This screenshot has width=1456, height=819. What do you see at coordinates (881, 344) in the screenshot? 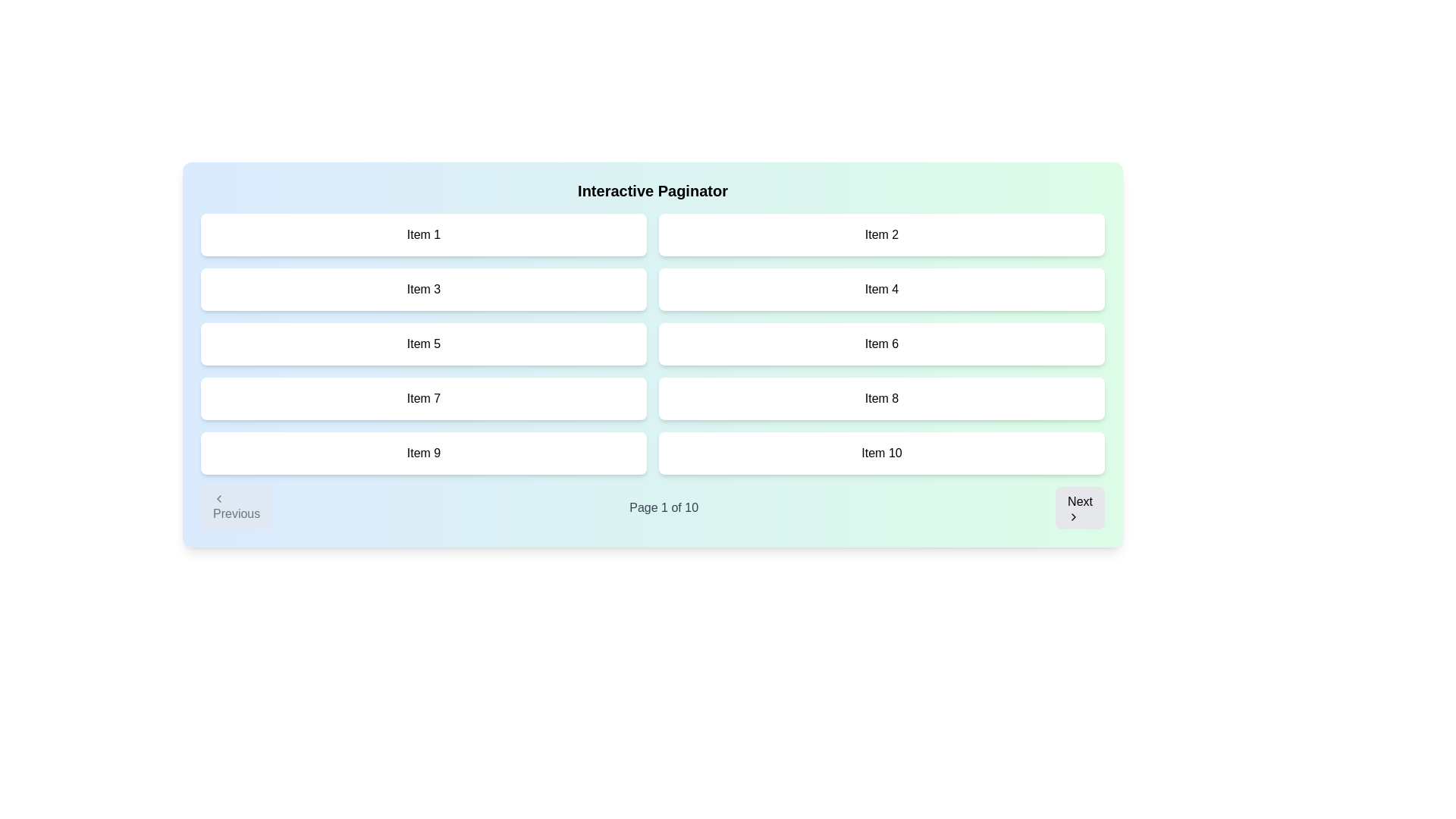
I see `the text element displaying 'Item 6', which is located in the second column of a two-column grid layout, specifically in the third row, positioned directly below 'Item 4' and above 'Item 8'` at bounding box center [881, 344].